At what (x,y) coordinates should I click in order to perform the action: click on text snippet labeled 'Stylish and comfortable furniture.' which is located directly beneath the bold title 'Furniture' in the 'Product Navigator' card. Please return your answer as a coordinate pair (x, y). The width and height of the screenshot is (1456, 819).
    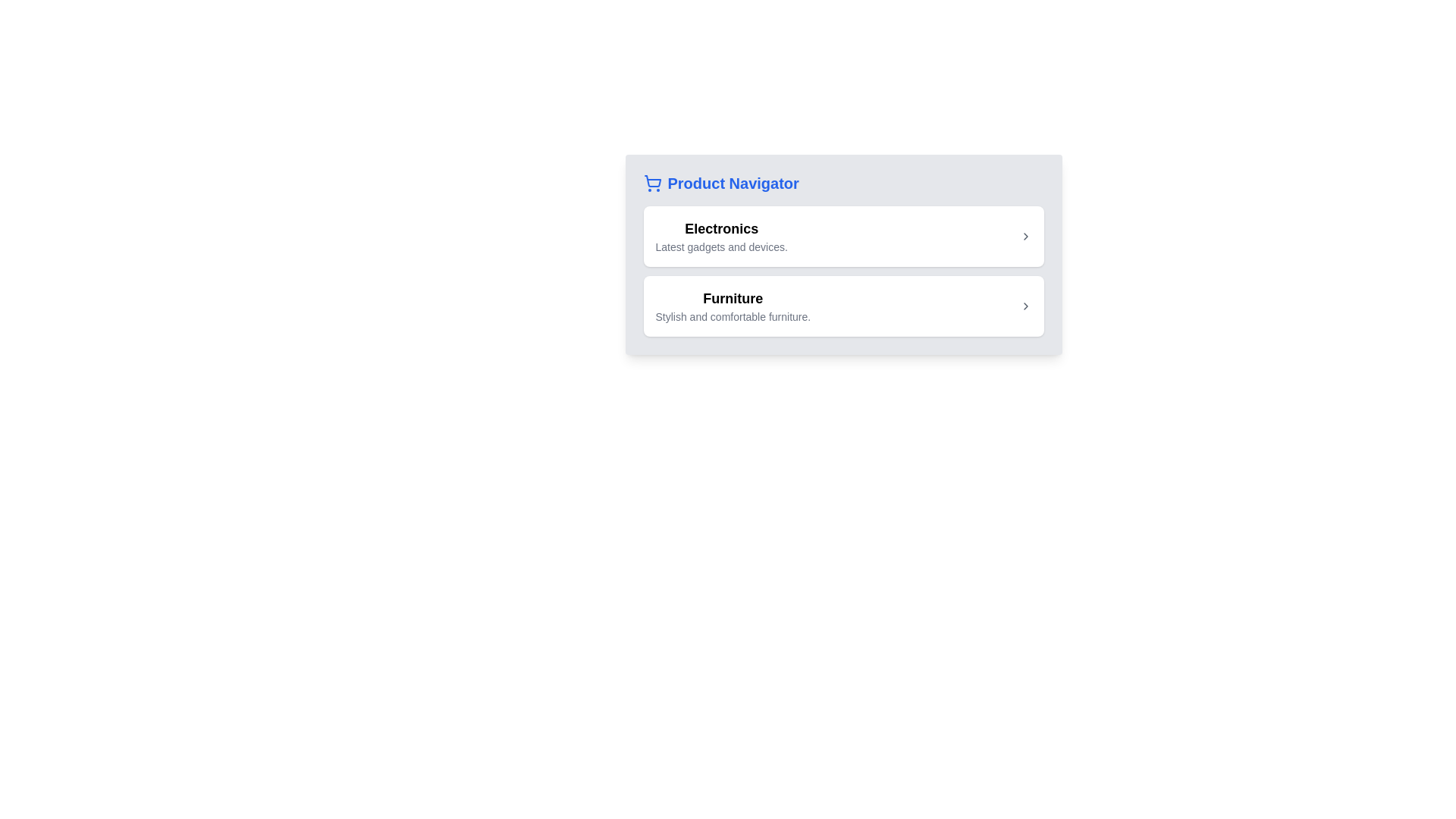
    Looking at the image, I should click on (733, 315).